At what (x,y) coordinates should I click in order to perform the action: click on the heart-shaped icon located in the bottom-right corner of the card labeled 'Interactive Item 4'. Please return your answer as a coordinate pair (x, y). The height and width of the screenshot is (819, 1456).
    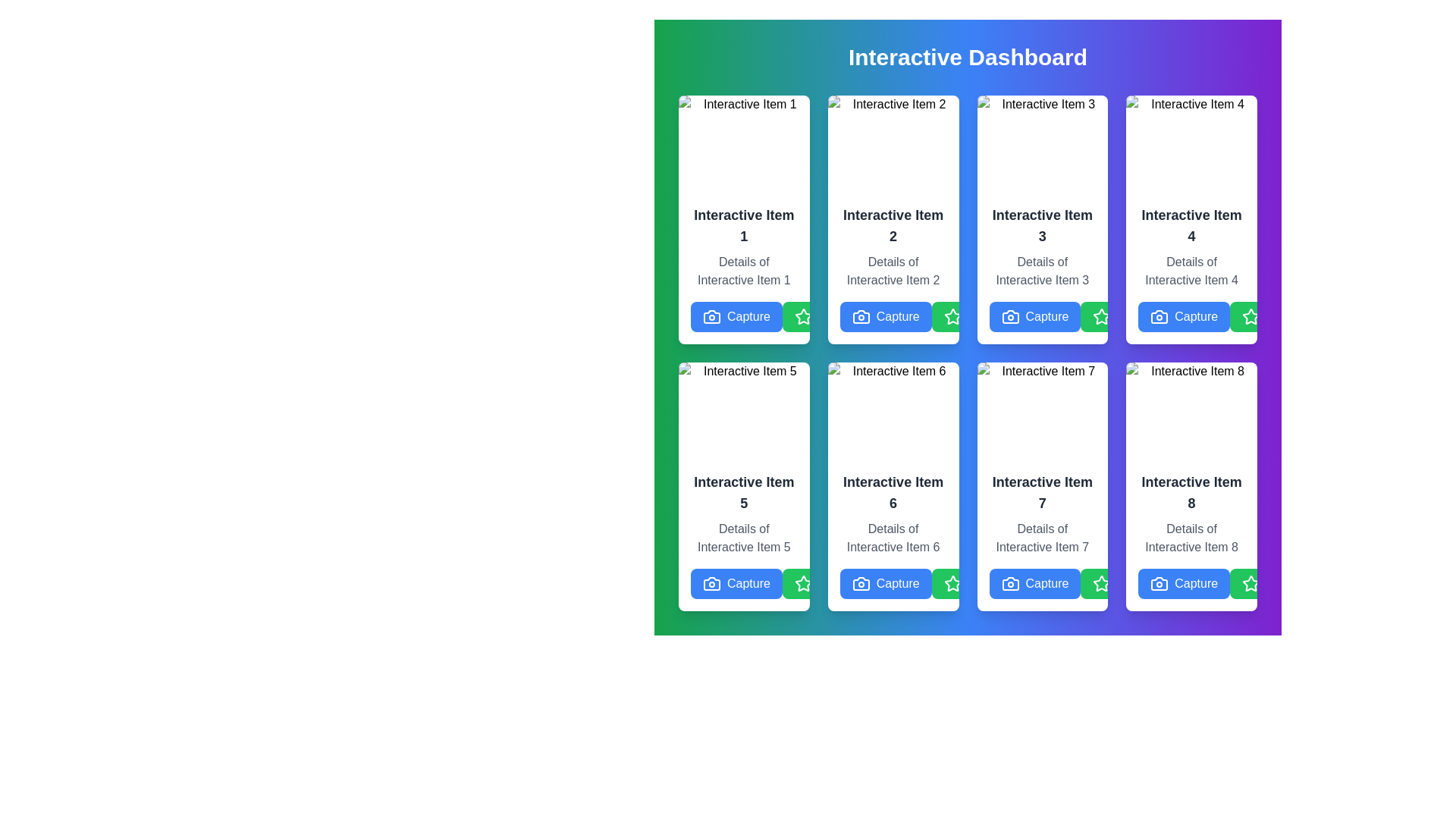
    Looking at the image, I should click on (1194, 315).